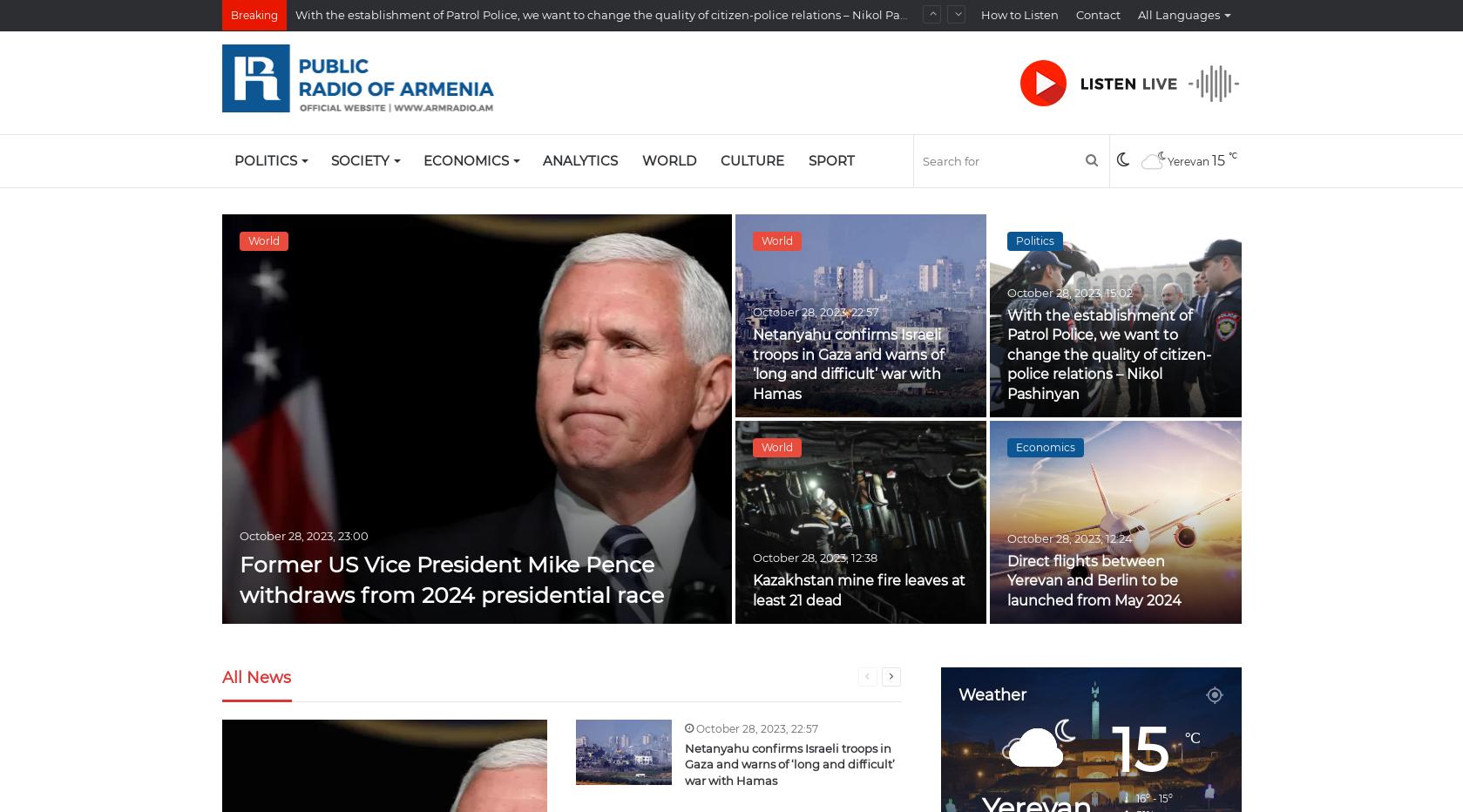 Image resolution: width=1463 pixels, height=812 pixels. What do you see at coordinates (1069, 292) in the screenshot?
I see `'October 28, 2023, 15:02'` at bounding box center [1069, 292].